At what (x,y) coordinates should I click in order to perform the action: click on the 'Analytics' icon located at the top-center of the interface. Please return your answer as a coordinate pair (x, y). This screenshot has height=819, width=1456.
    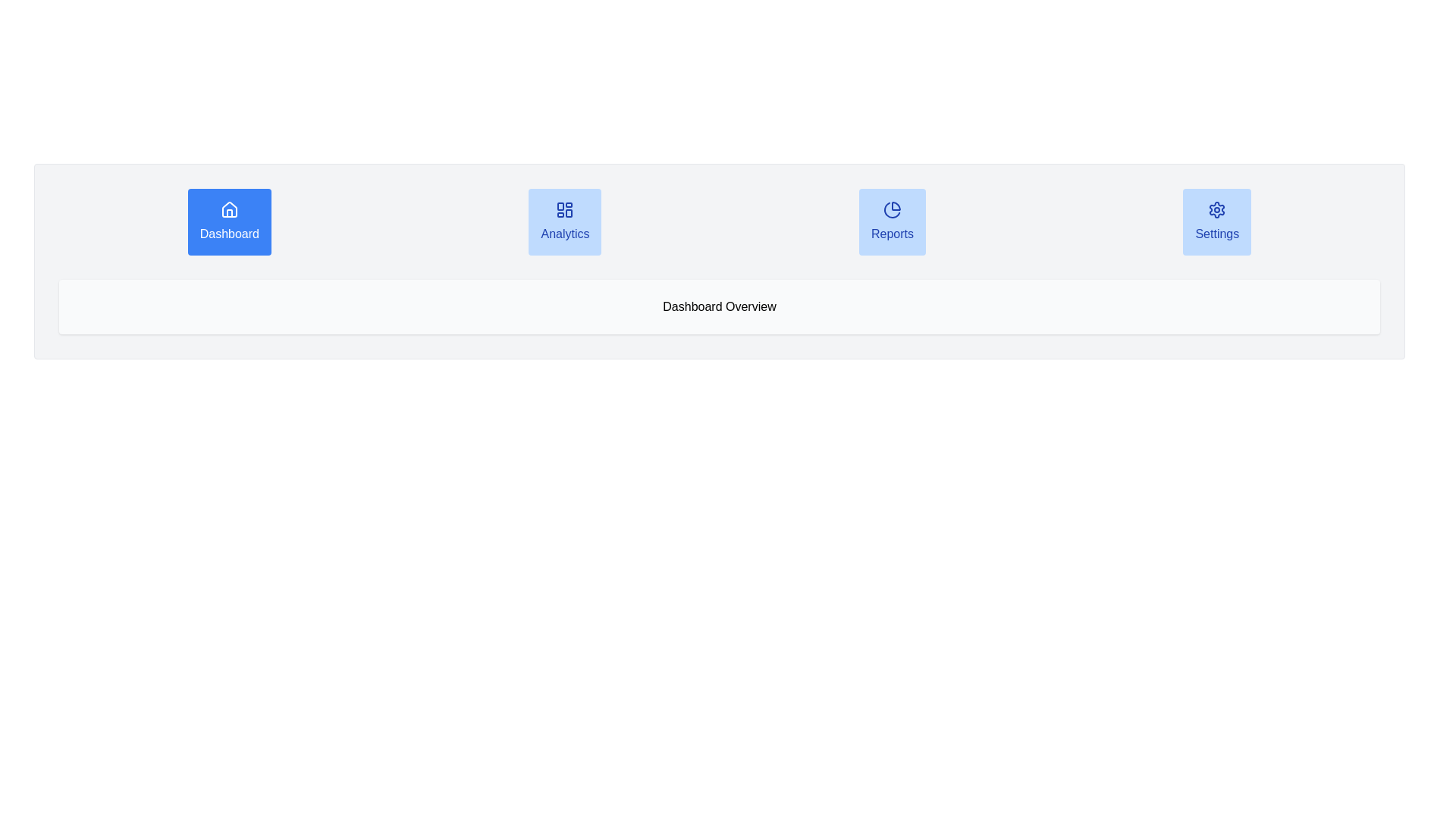
    Looking at the image, I should click on (564, 210).